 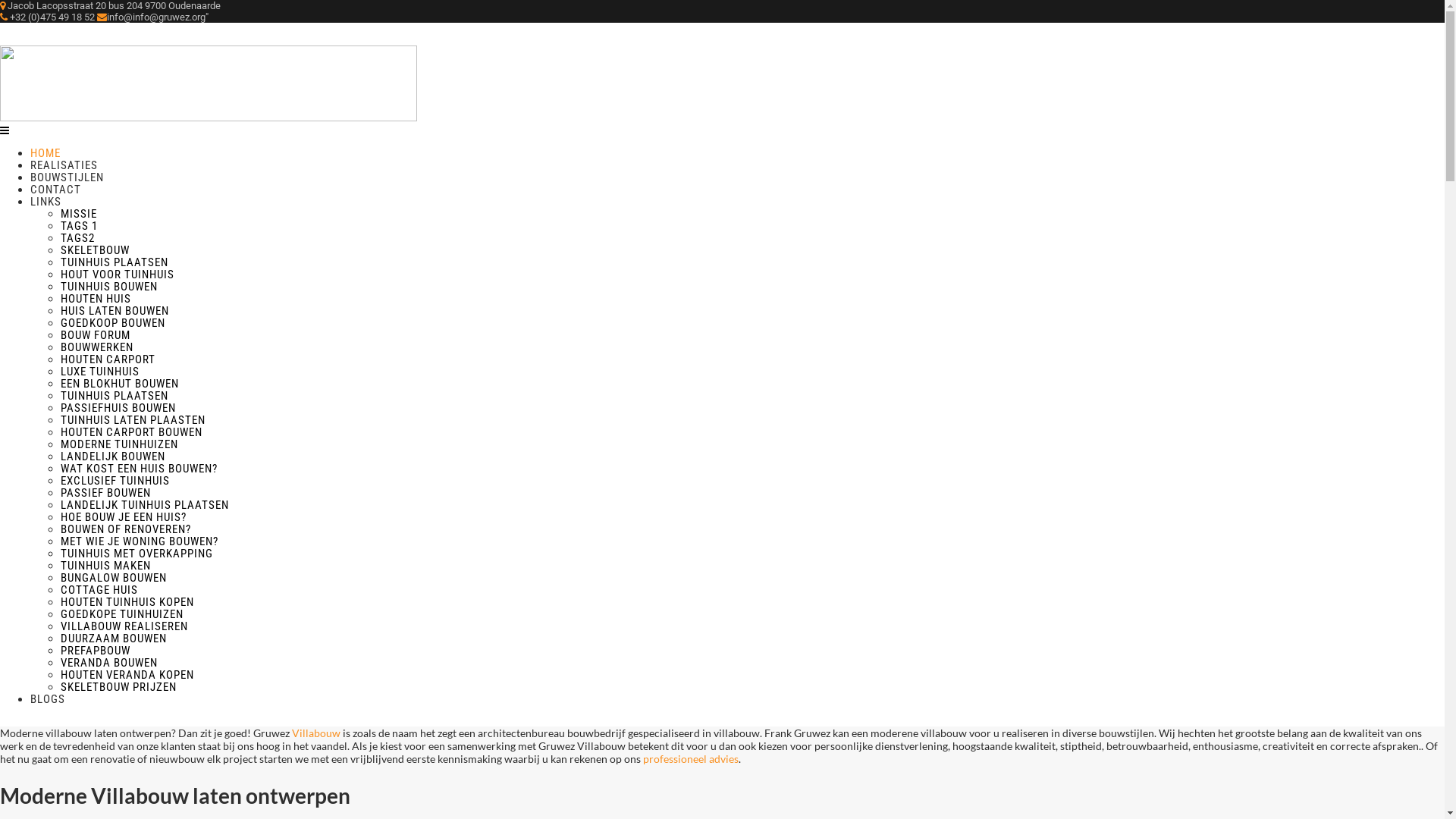 What do you see at coordinates (127, 601) in the screenshot?
I see `'HOUTEN TUINHUIS KOPEN'` at bounding box center [127, 601].